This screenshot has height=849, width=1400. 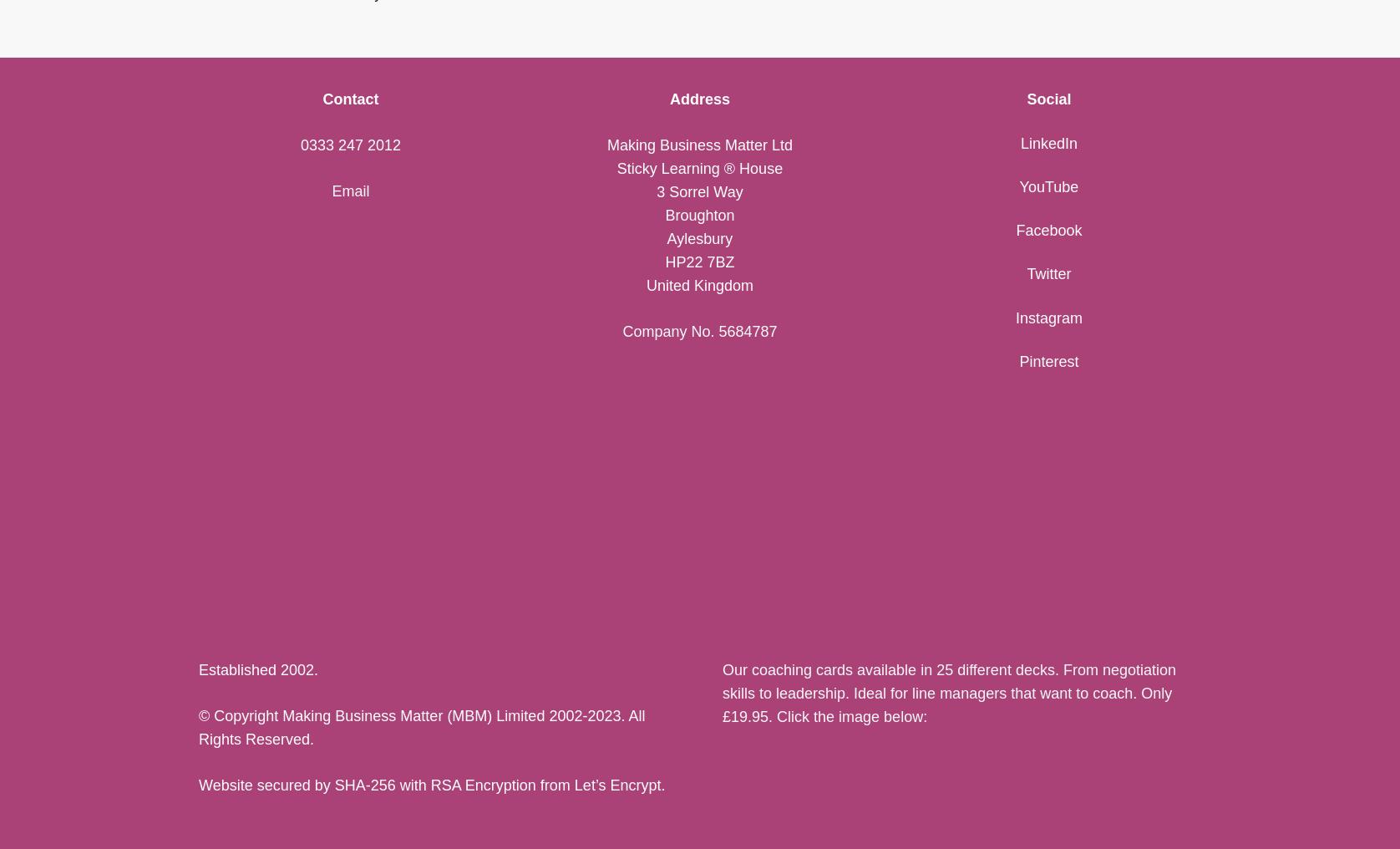 What do you see at coordinates (421, 728) in the screenshot?
I see `'© Copyright Making Business Matter (MBM) Limited 2002-2023. All Rights Reserved.'` at bounding box center [421, 728].